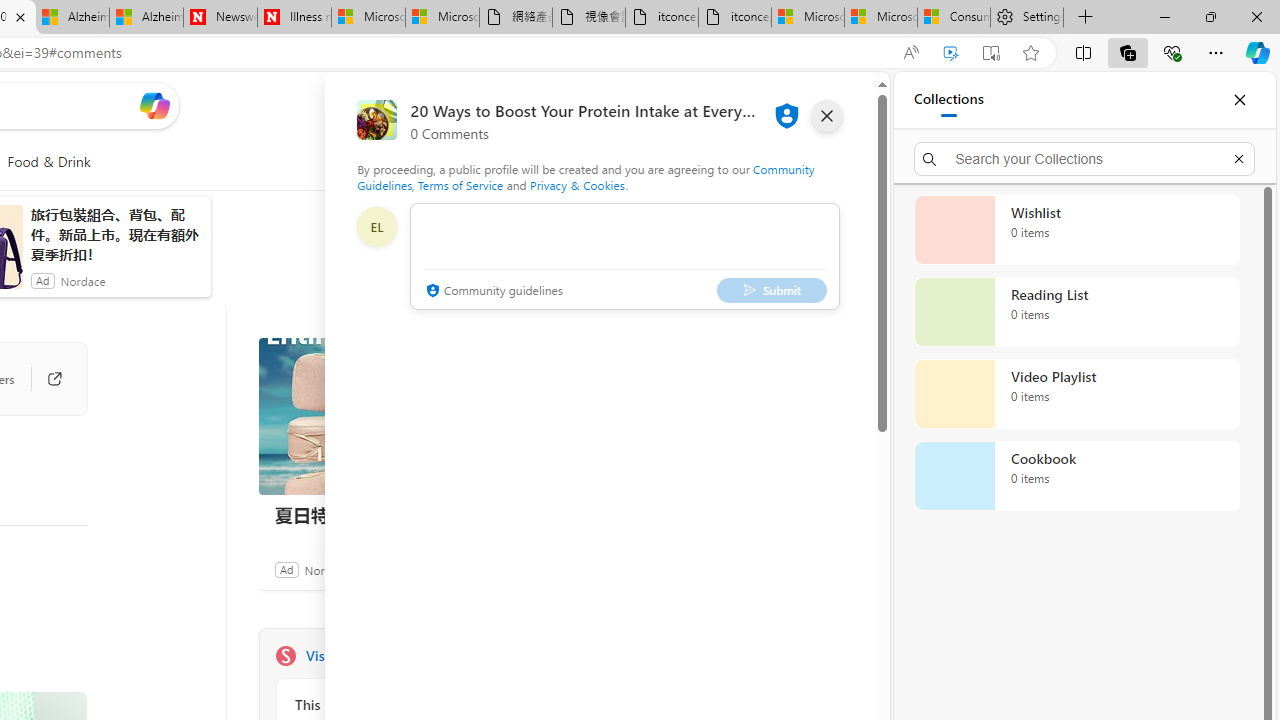 The image size is (1280, 720). Describe the element at coordinates (827, 115) in the screenshot. I see `'close'` at that location.